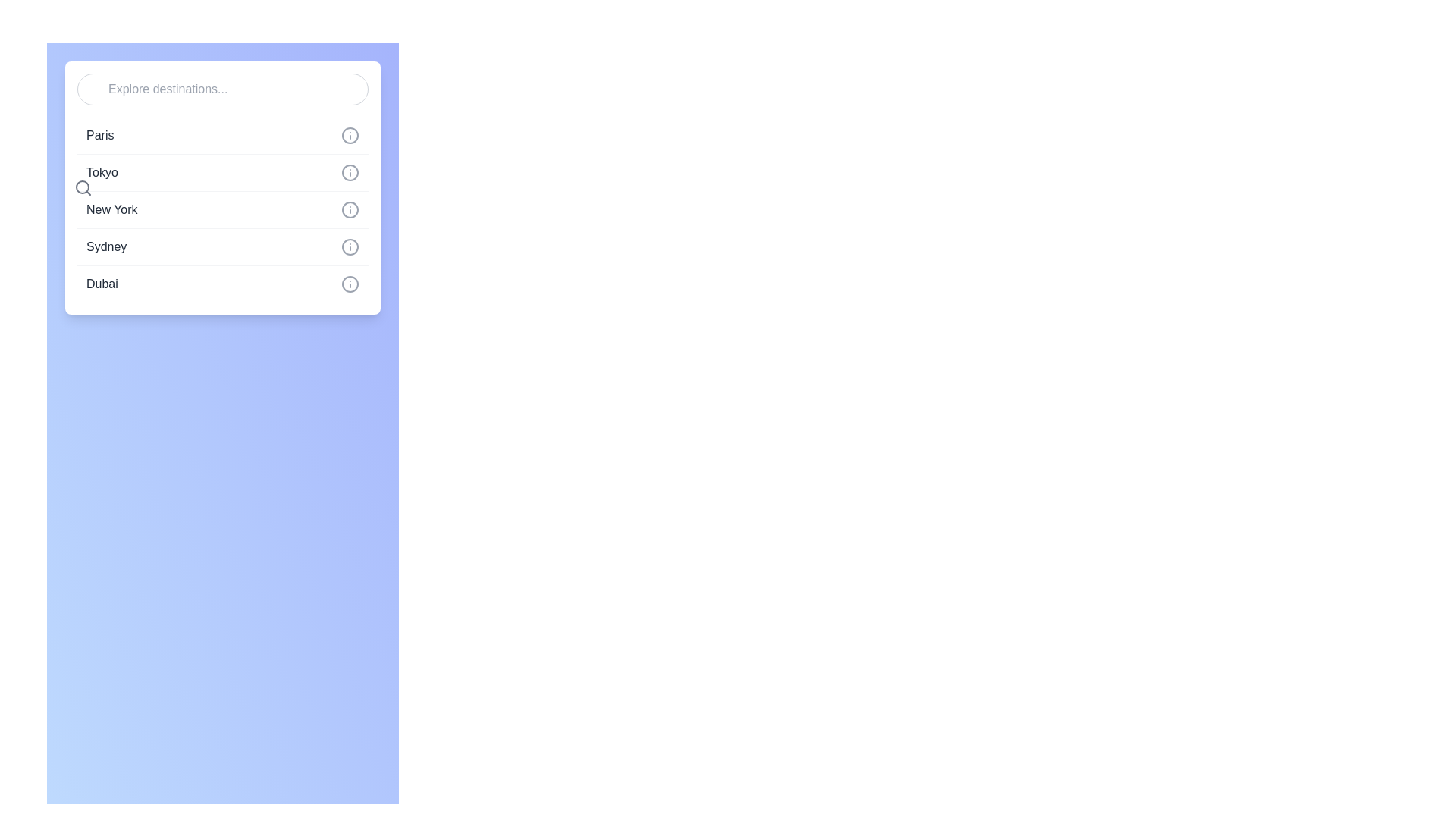 The image size is (1456, 819). What do you see at coordinates (349, 171) in the screenshot?
I see `the circular gray icon located next to the list item labeled 'Tokyo', which is the second icon in the vertical list of destinations` at bounding box center [349, 171].